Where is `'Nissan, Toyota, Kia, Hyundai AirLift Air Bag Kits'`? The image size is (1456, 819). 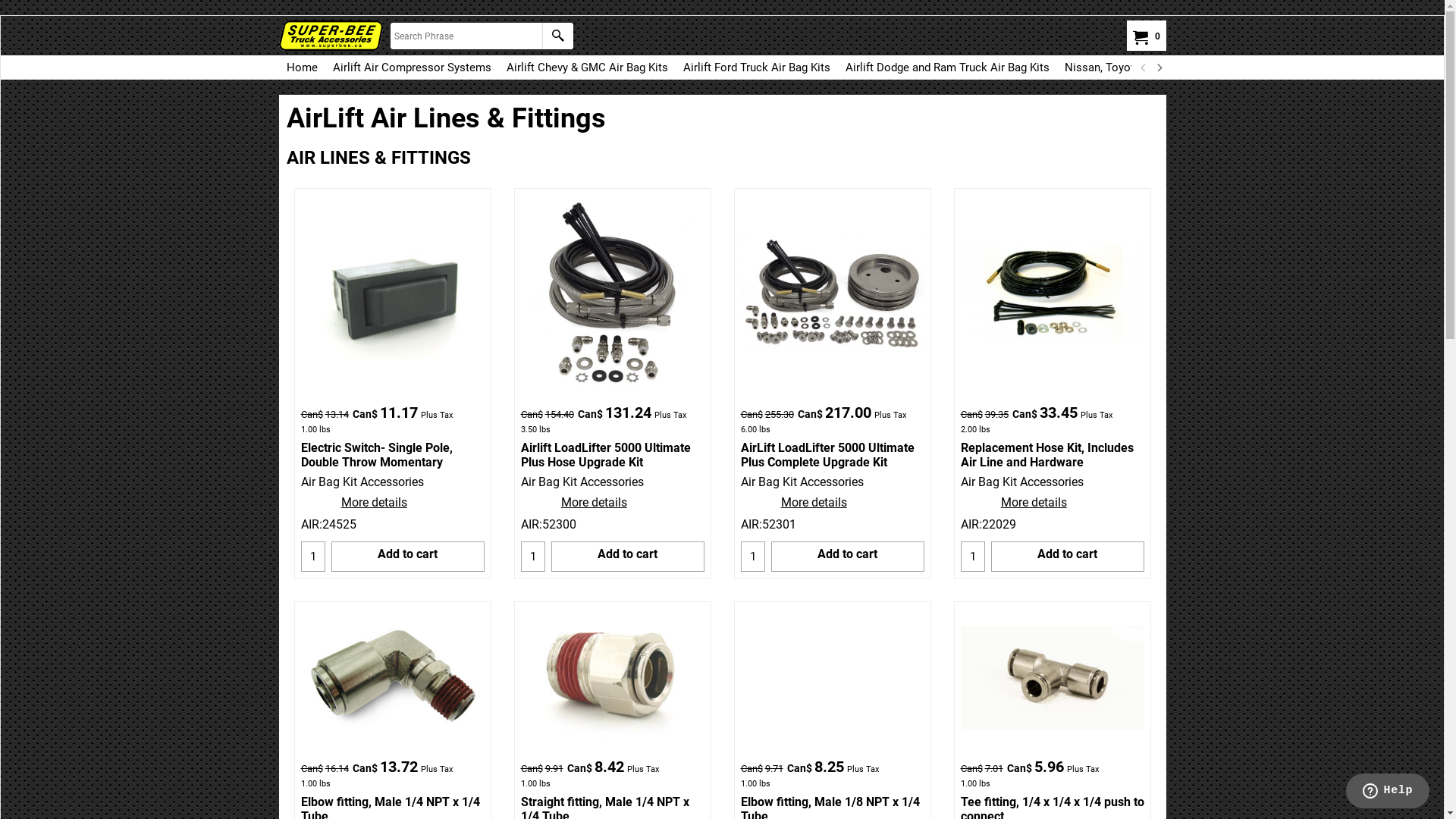
'Nissan, Toyota, Kia, Hyundai AirLift Air Bag Kits' is located at coordinates (1056, 66).